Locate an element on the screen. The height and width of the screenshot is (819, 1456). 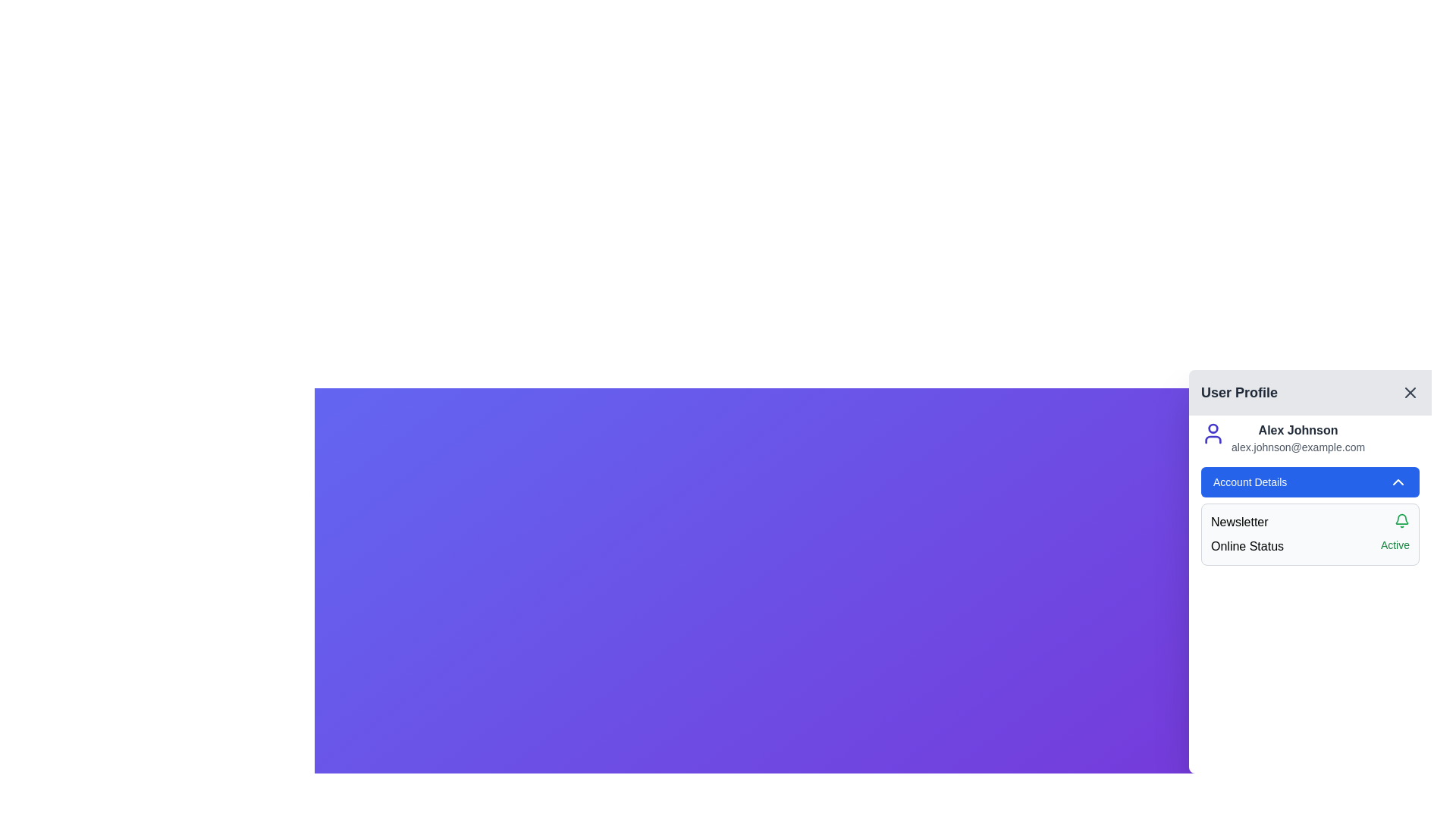
the Close button in the top-right corner of the 'User Profile' section to trigger hover effects is located at coordinates (1410, 391).